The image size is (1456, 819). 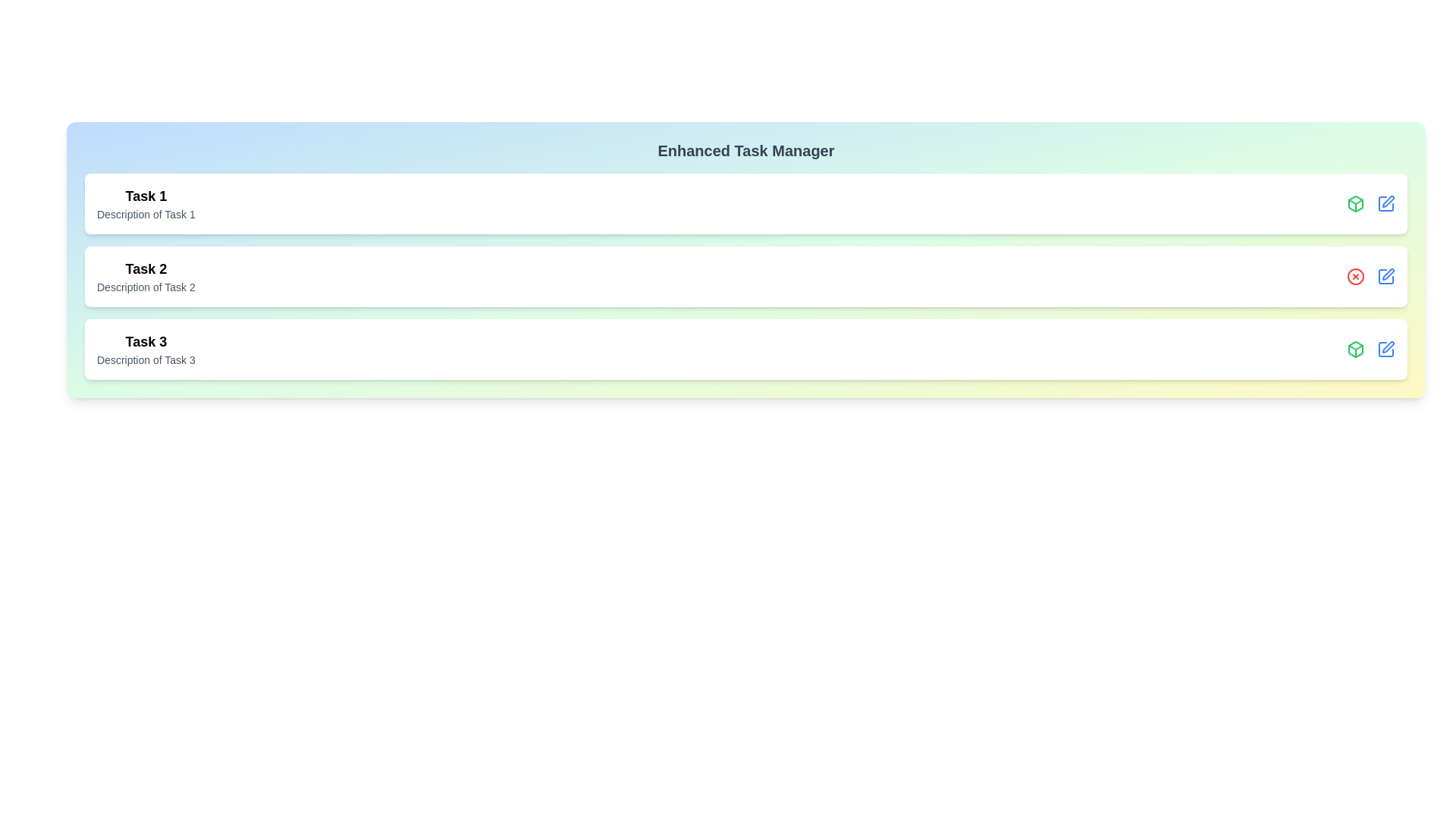 I want to click on the blue pencil icon for task Task 1, so click(x=1386, y=203).